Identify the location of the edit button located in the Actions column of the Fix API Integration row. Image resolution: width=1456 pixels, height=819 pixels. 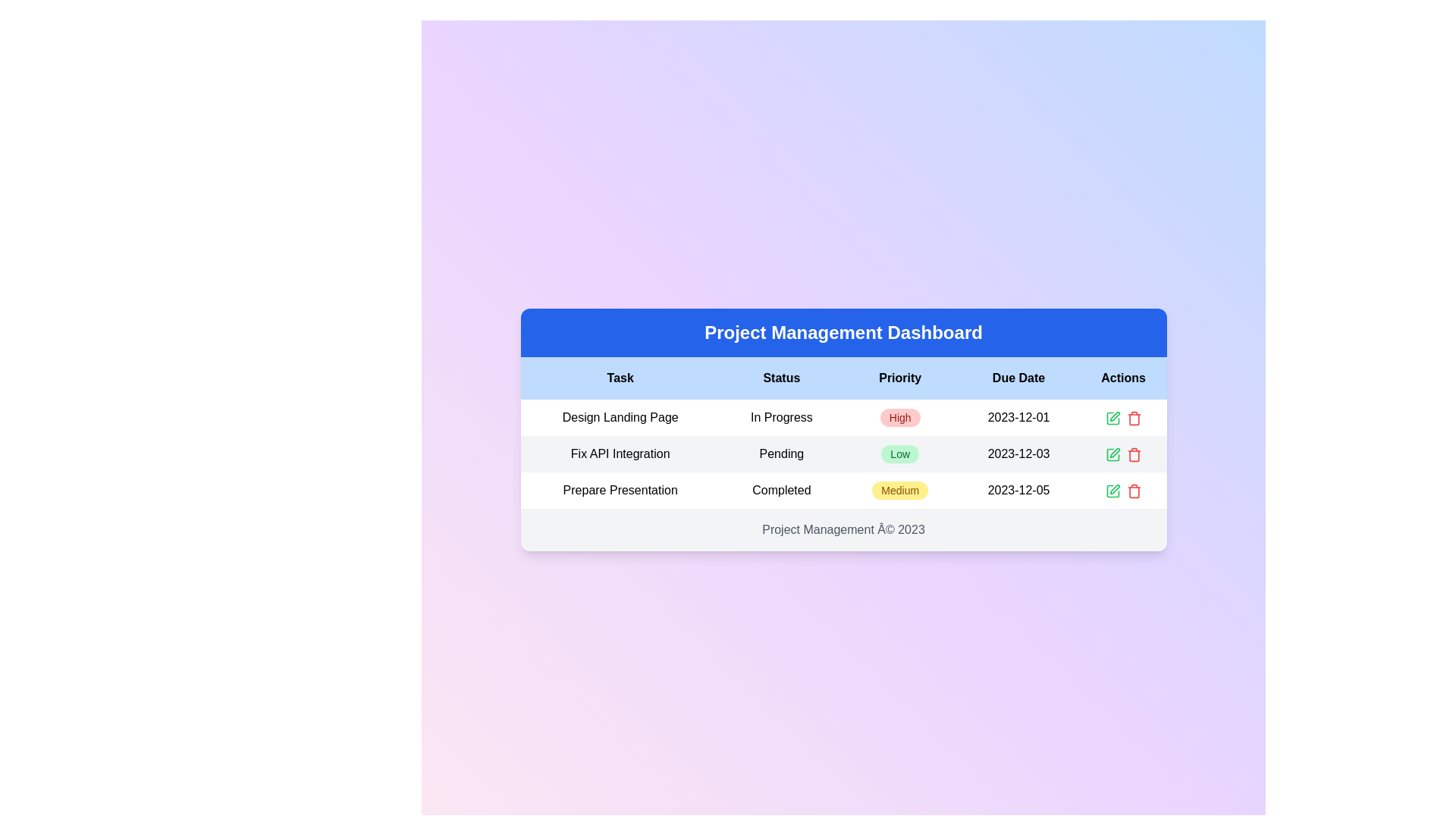
(1112, 453).